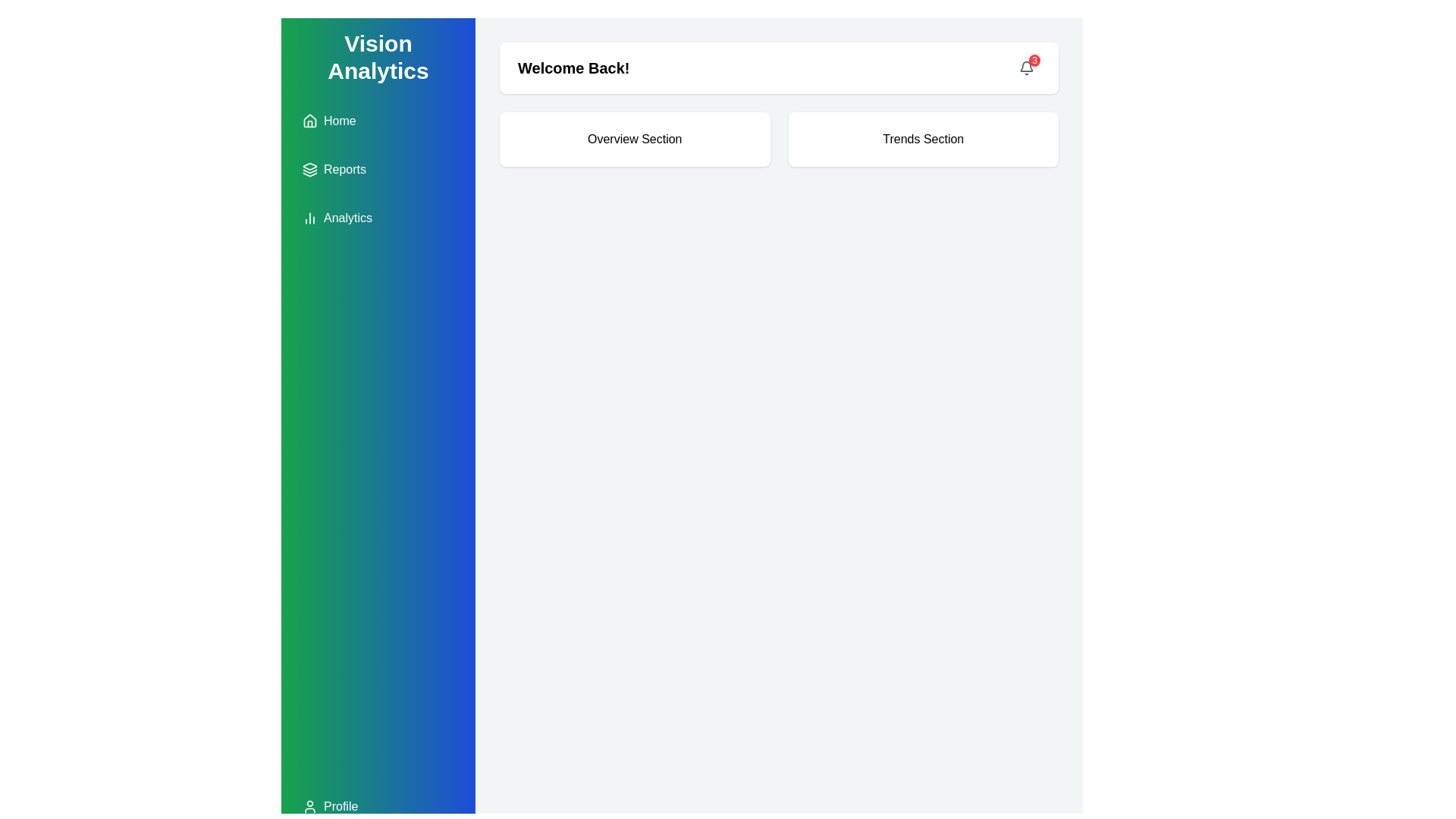 This screenshot has height=819, width=1456. What do you see at coordinates (1026, 67) in the screenshot?
I see `the notification icon shaped like a bell with a gray color tone and a small red badge indicating 3 new notifications` at bounding box center [1026, 67].